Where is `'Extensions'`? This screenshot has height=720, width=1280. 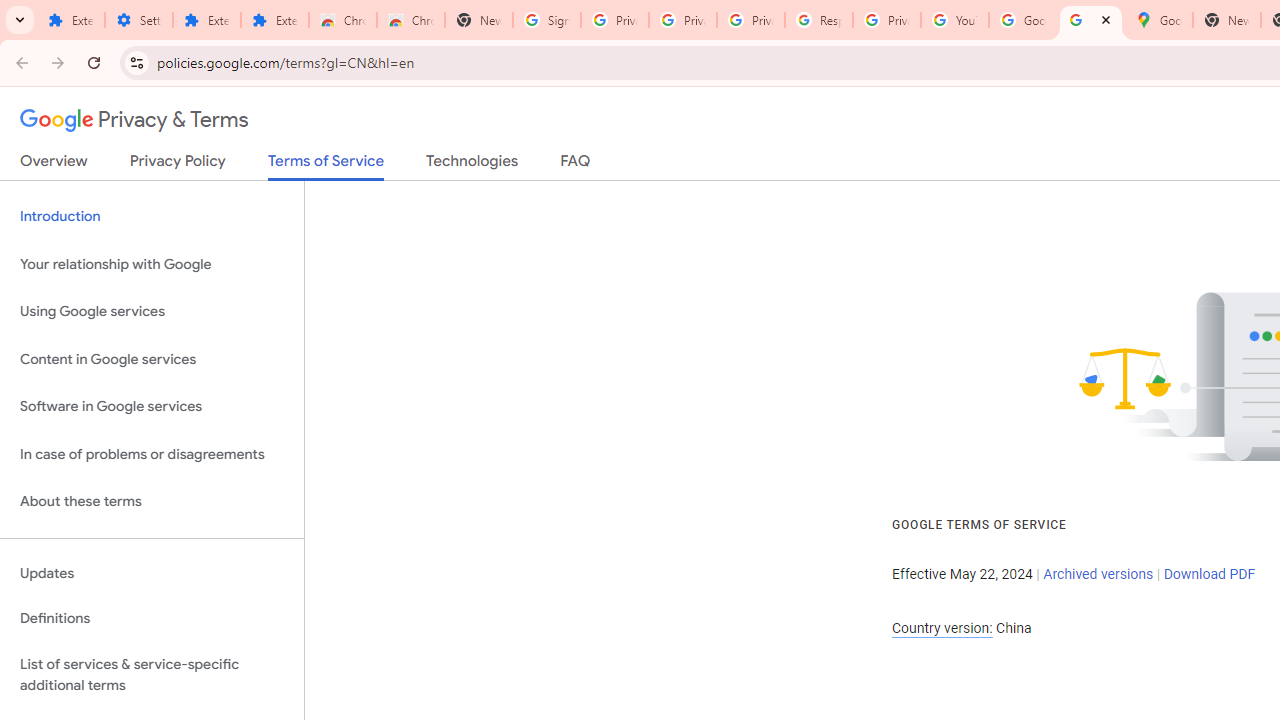
'Extensions' is located at coordinates (273, 20).